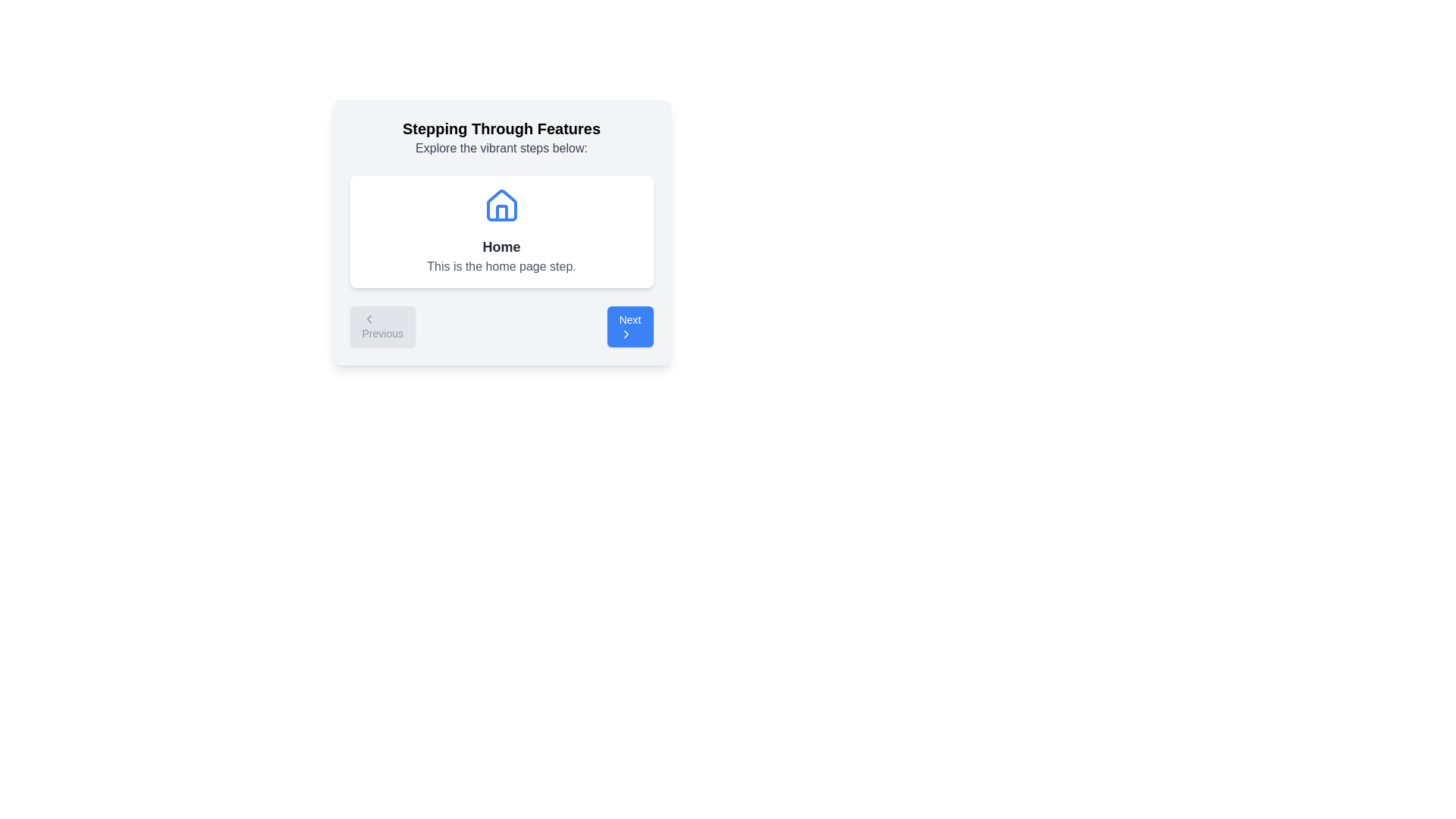  What do you see at coordinates (501, 206) in the screenshot?
I see `the 'Home' icon, which is represented by a house symbol and is located in the center of the card section above the 'Home' label` at bounding box center [501, 206].